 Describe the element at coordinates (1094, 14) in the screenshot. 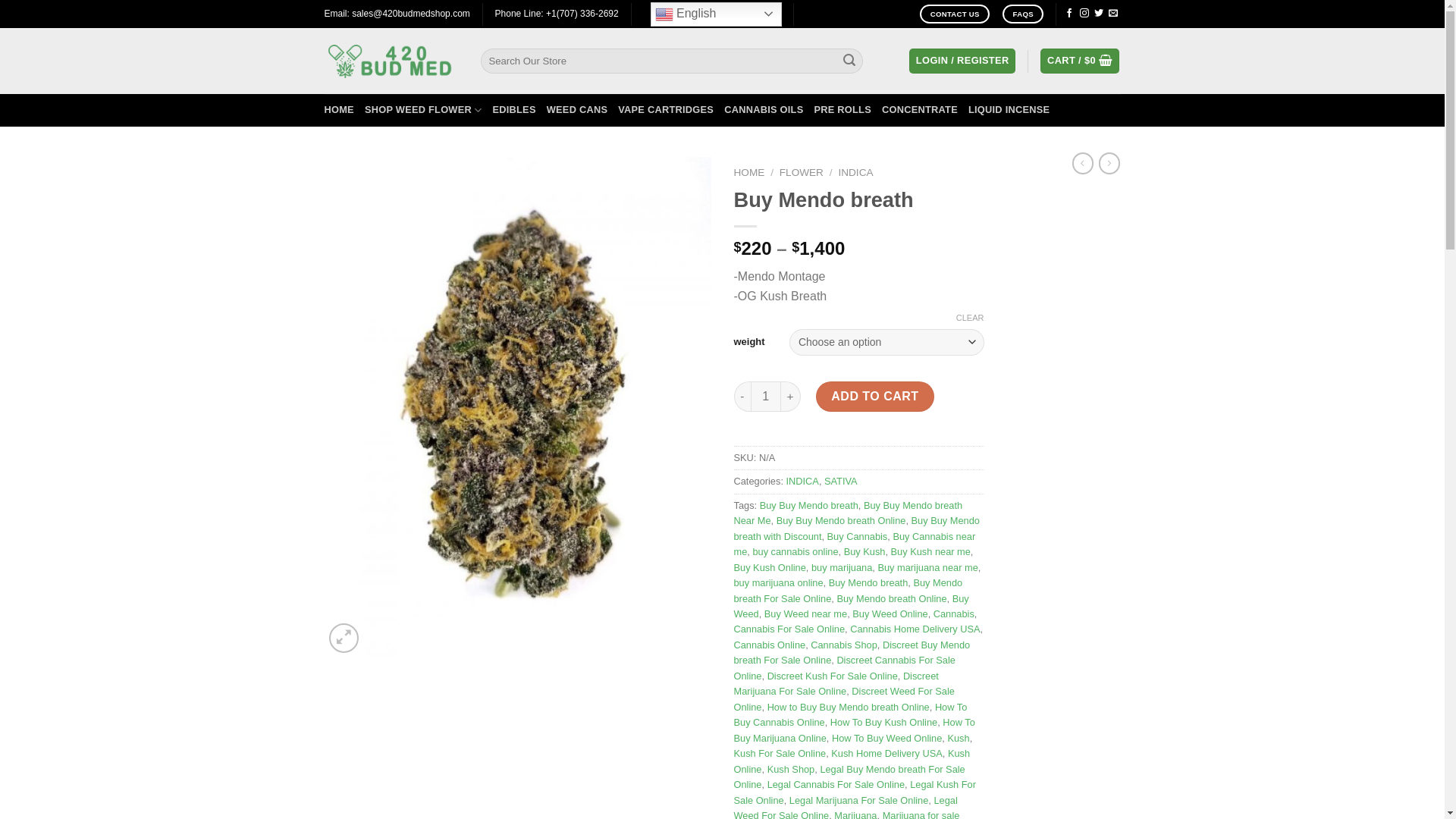

I see `'Follow on Twitter'` at that location.